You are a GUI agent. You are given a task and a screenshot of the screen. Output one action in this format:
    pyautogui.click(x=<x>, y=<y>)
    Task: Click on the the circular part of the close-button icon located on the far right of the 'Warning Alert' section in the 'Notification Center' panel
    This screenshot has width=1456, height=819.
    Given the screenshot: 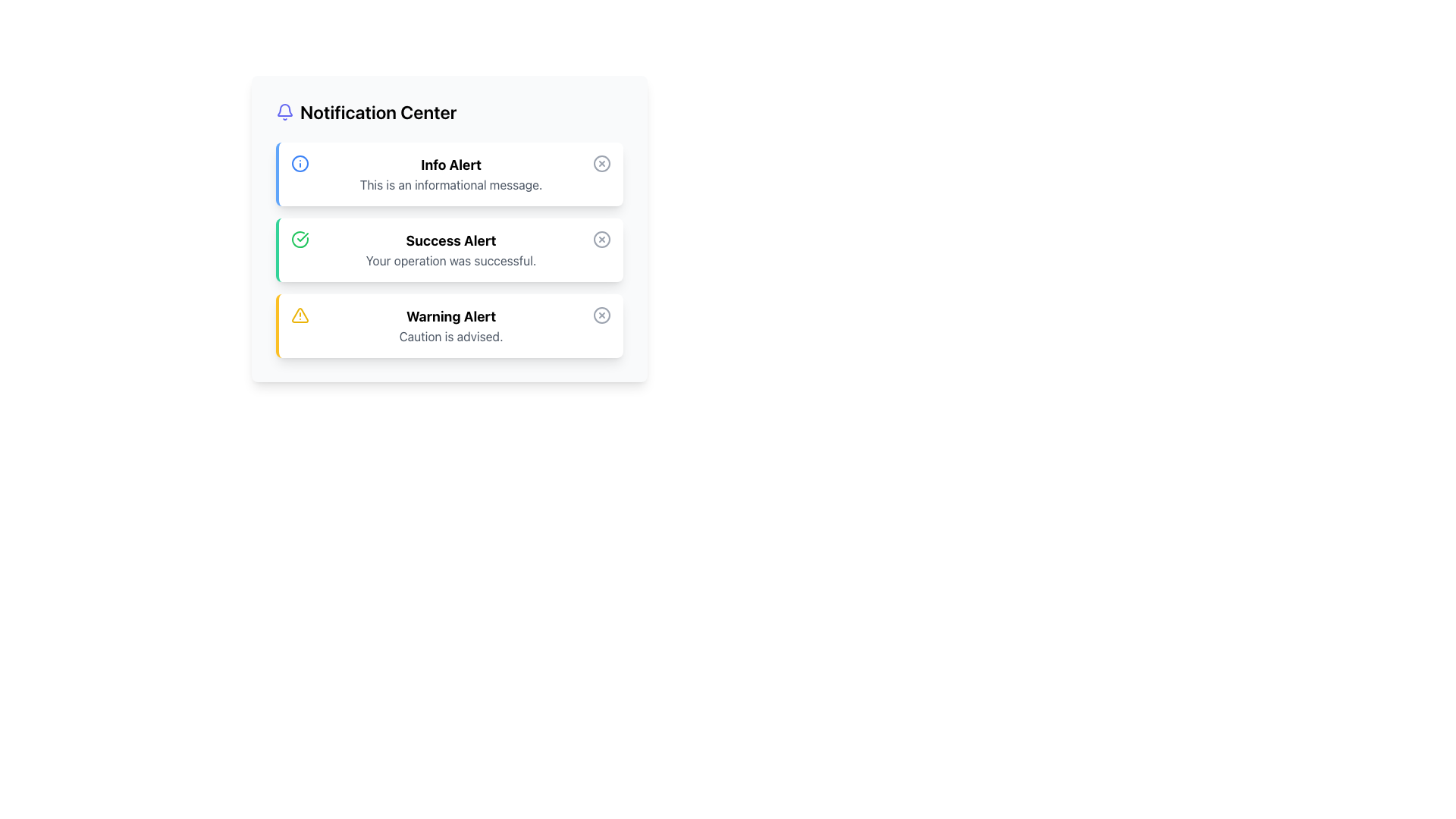 What is the action you would take?
    pyautogui.click(x=601, y=315)
    